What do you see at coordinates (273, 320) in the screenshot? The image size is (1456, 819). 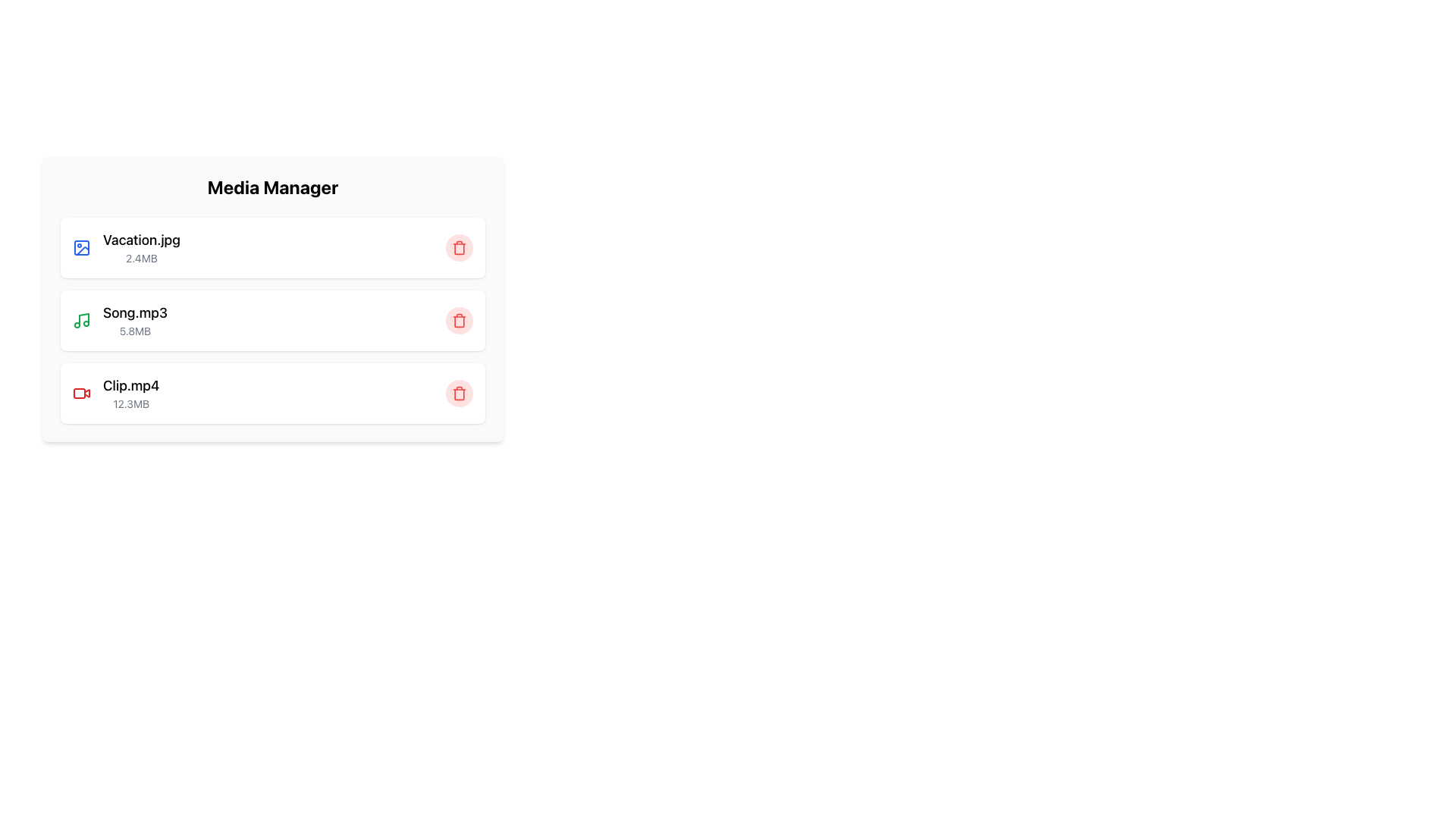 I see `the file entry for 'Song.mp3'` at bounding box center [273, 320].